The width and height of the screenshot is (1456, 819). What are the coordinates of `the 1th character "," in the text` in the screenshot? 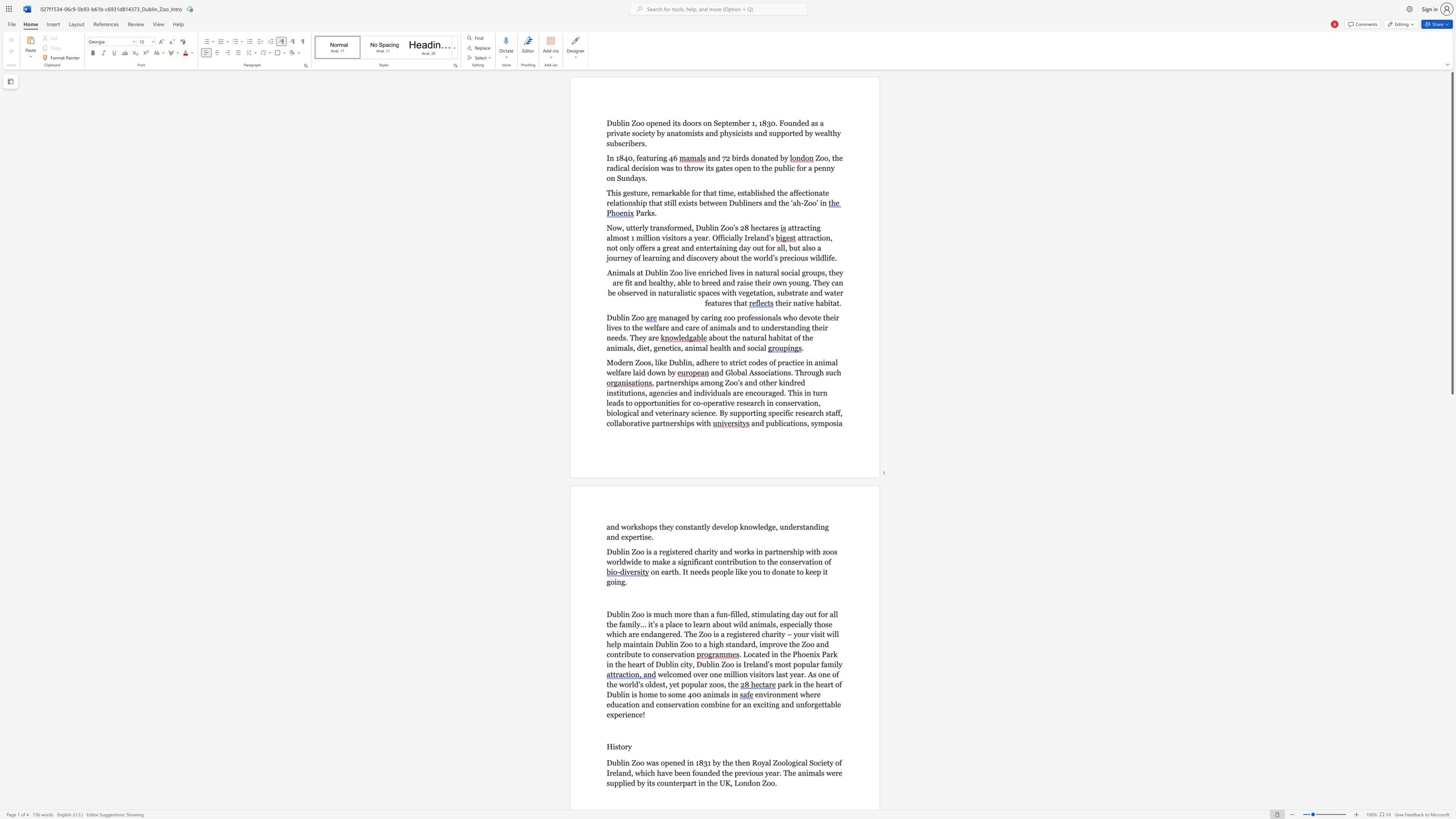 It's located at (633, 157).